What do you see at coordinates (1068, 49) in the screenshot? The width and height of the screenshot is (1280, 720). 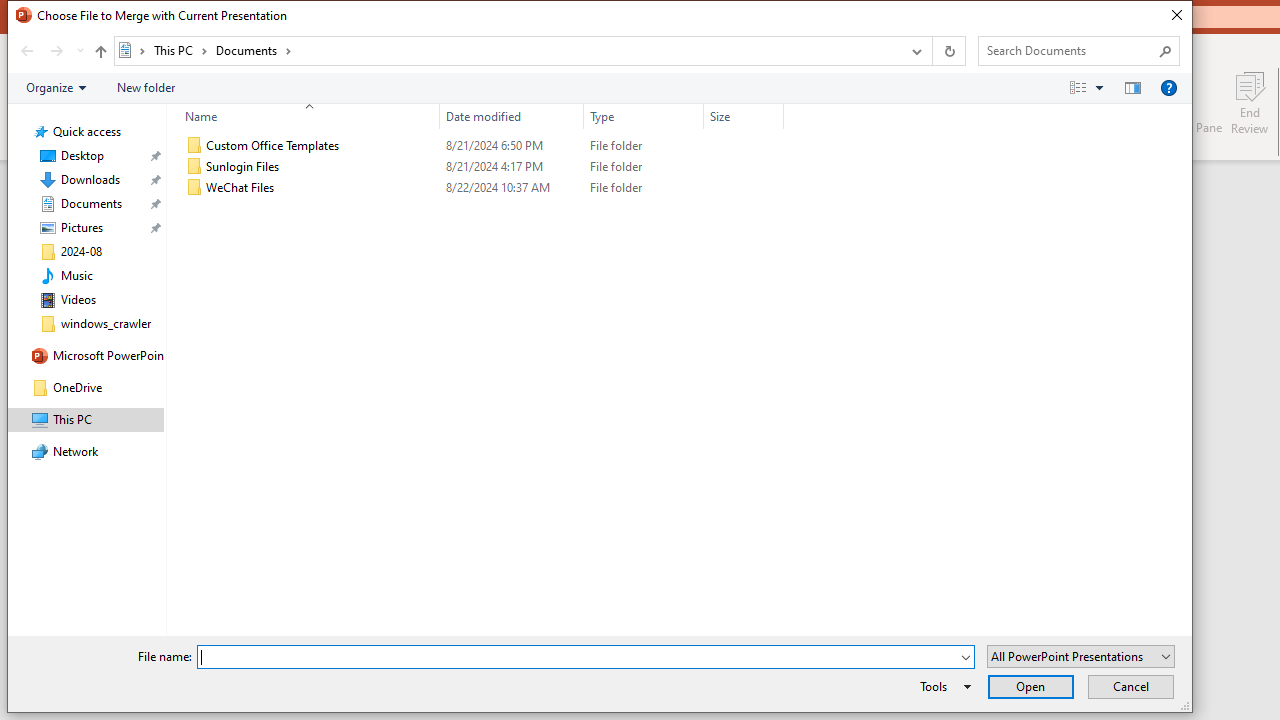 I see `'Search Box'` at bounding box center [1068, 49].